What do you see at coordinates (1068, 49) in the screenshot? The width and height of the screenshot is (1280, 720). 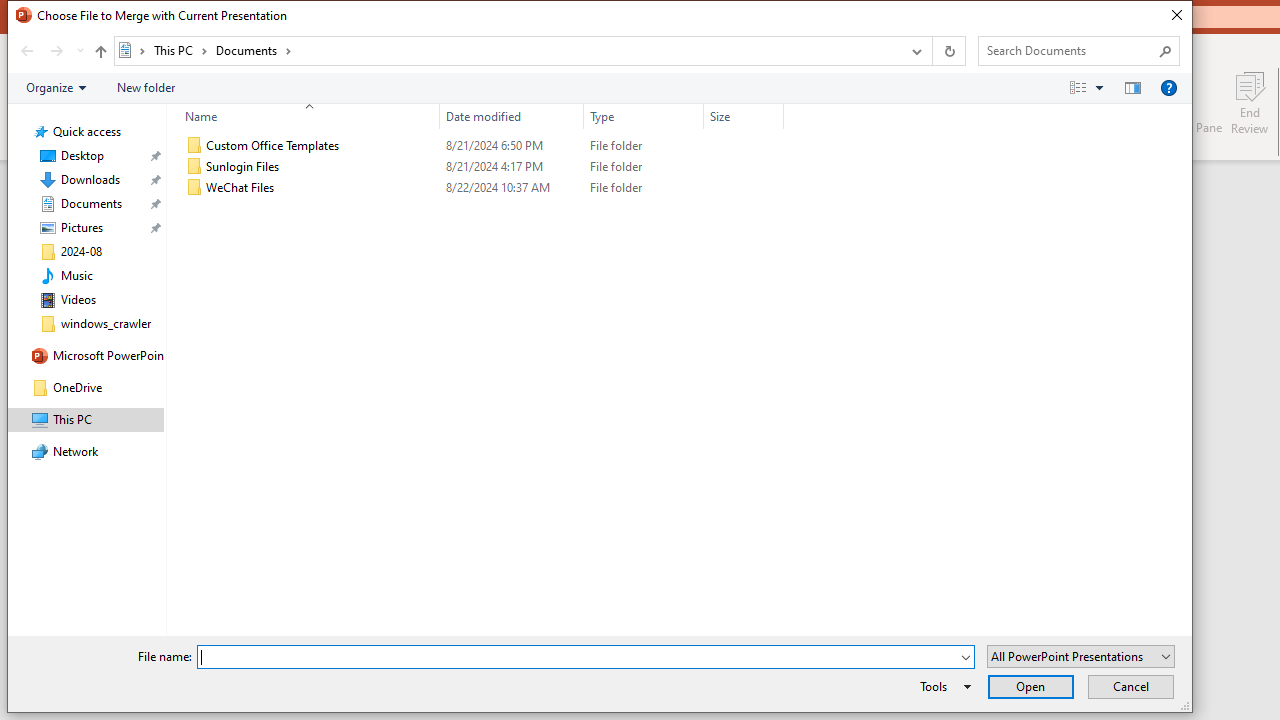 I see `'Search Box'` at bounding box center [1068, 49].